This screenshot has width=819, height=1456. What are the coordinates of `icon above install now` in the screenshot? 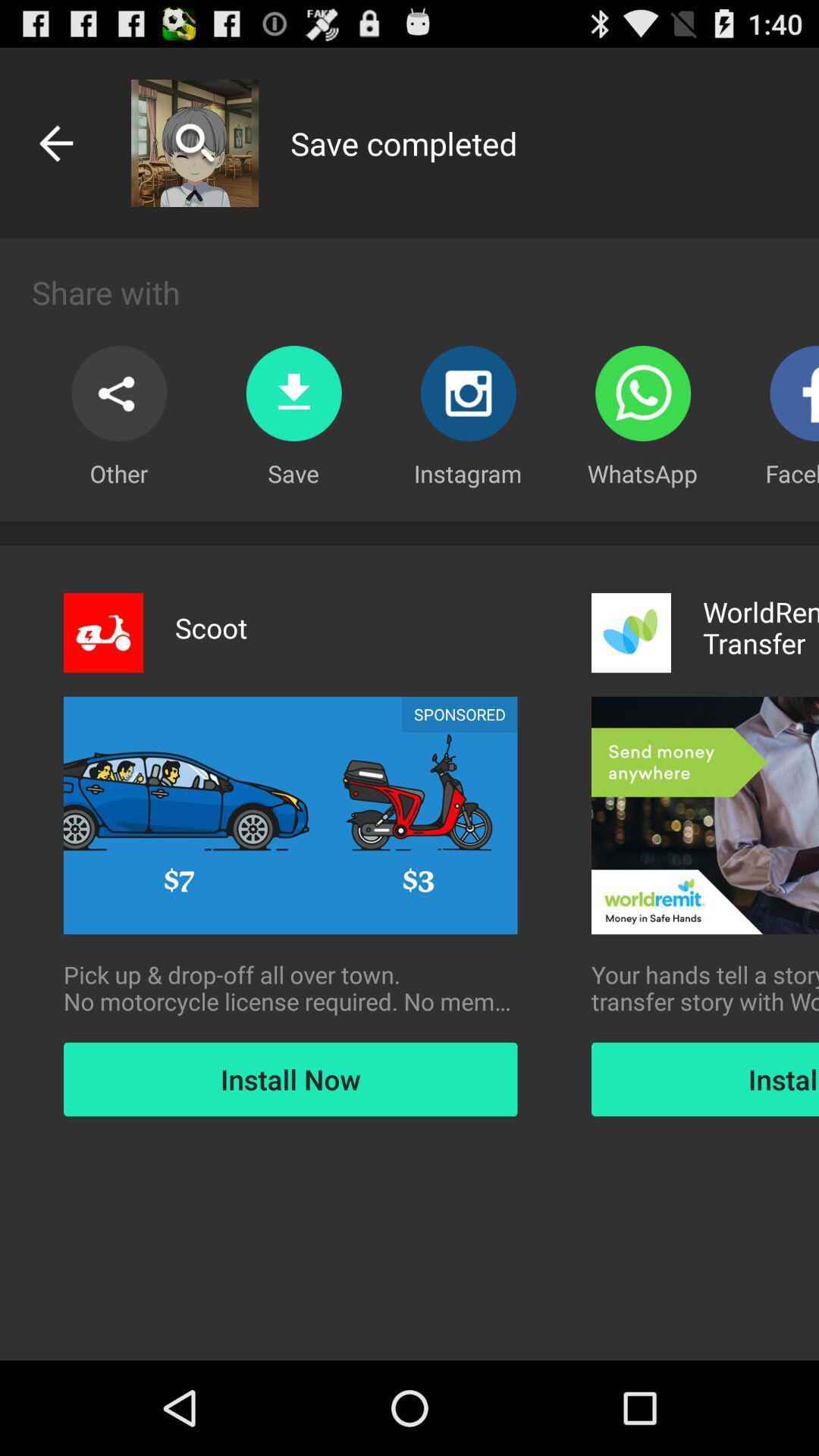 It's located at (704, 988).